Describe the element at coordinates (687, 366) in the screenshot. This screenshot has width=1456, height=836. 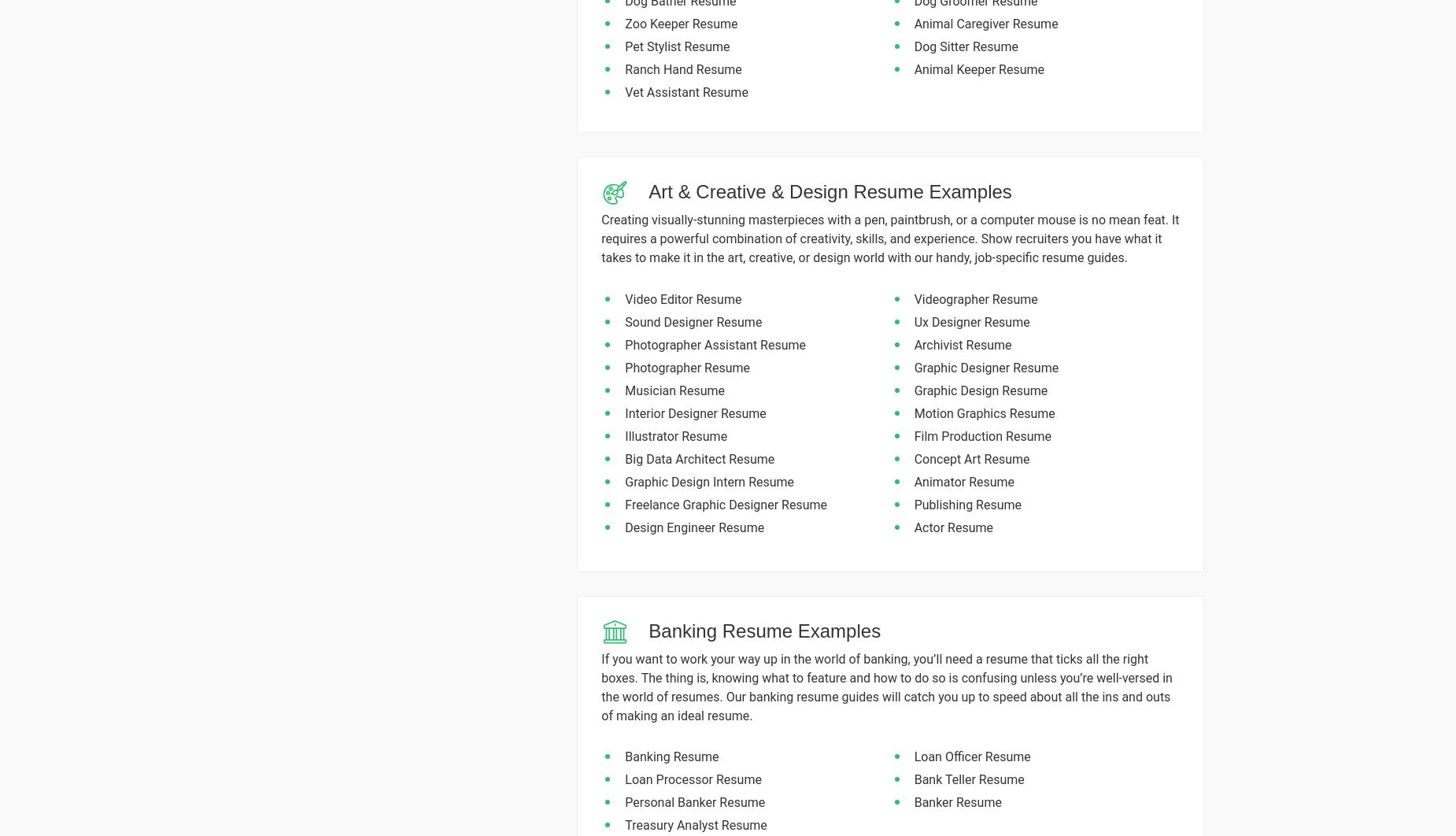
I see `'Photographer Resume'` at that location.